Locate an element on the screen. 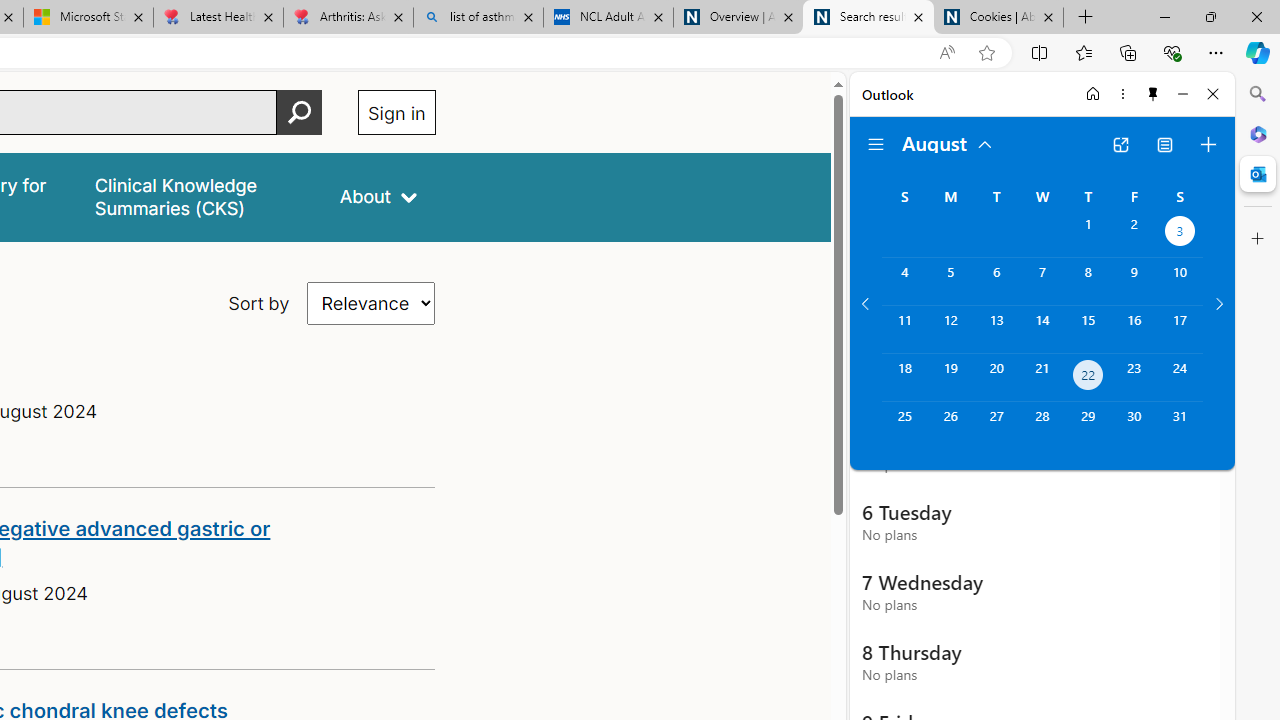  'Folder navigation' is located at coordinates (876, 144).